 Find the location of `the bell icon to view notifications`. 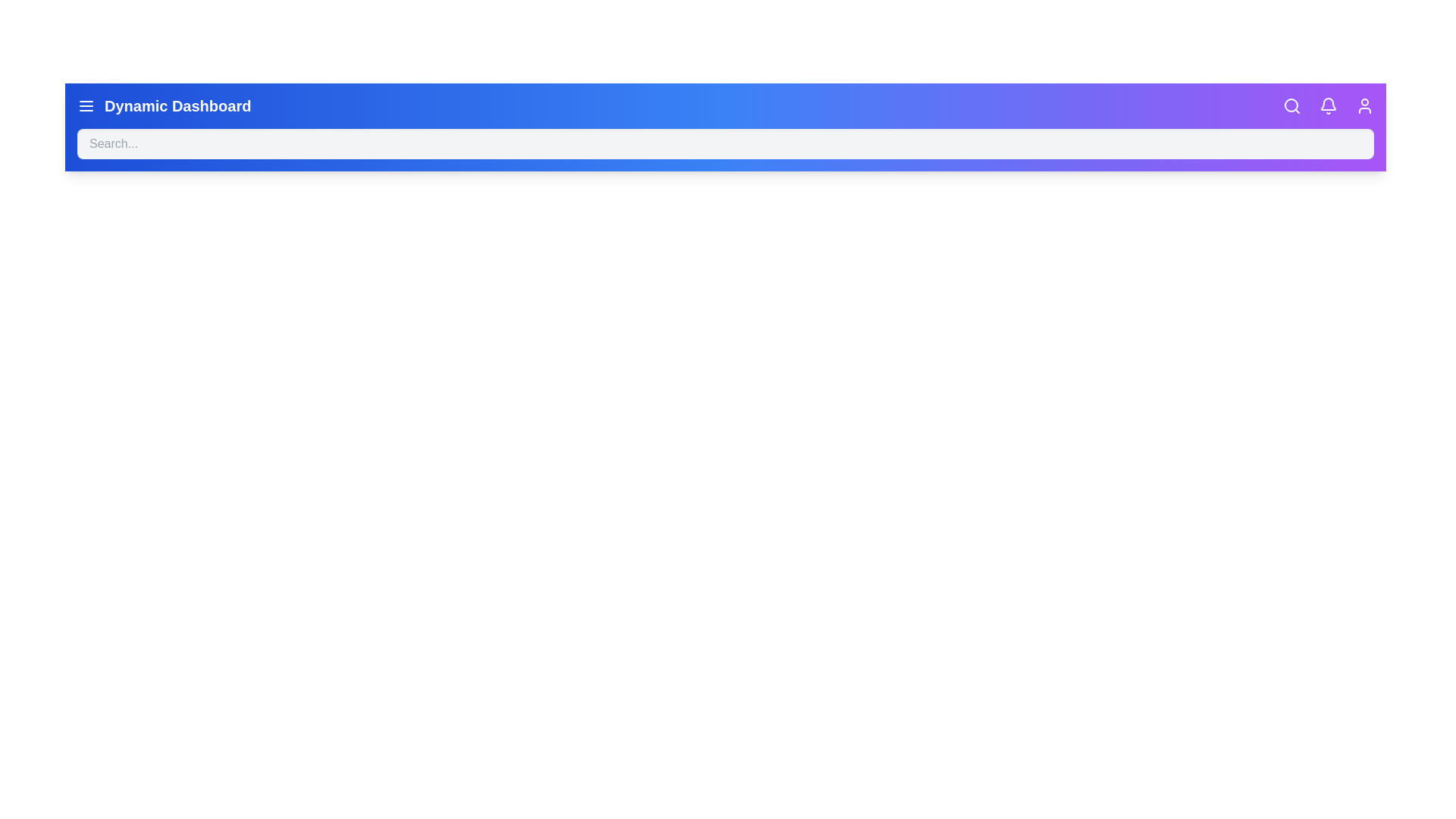

the bell icon to view notifications is located at coordinates (1328, 105).